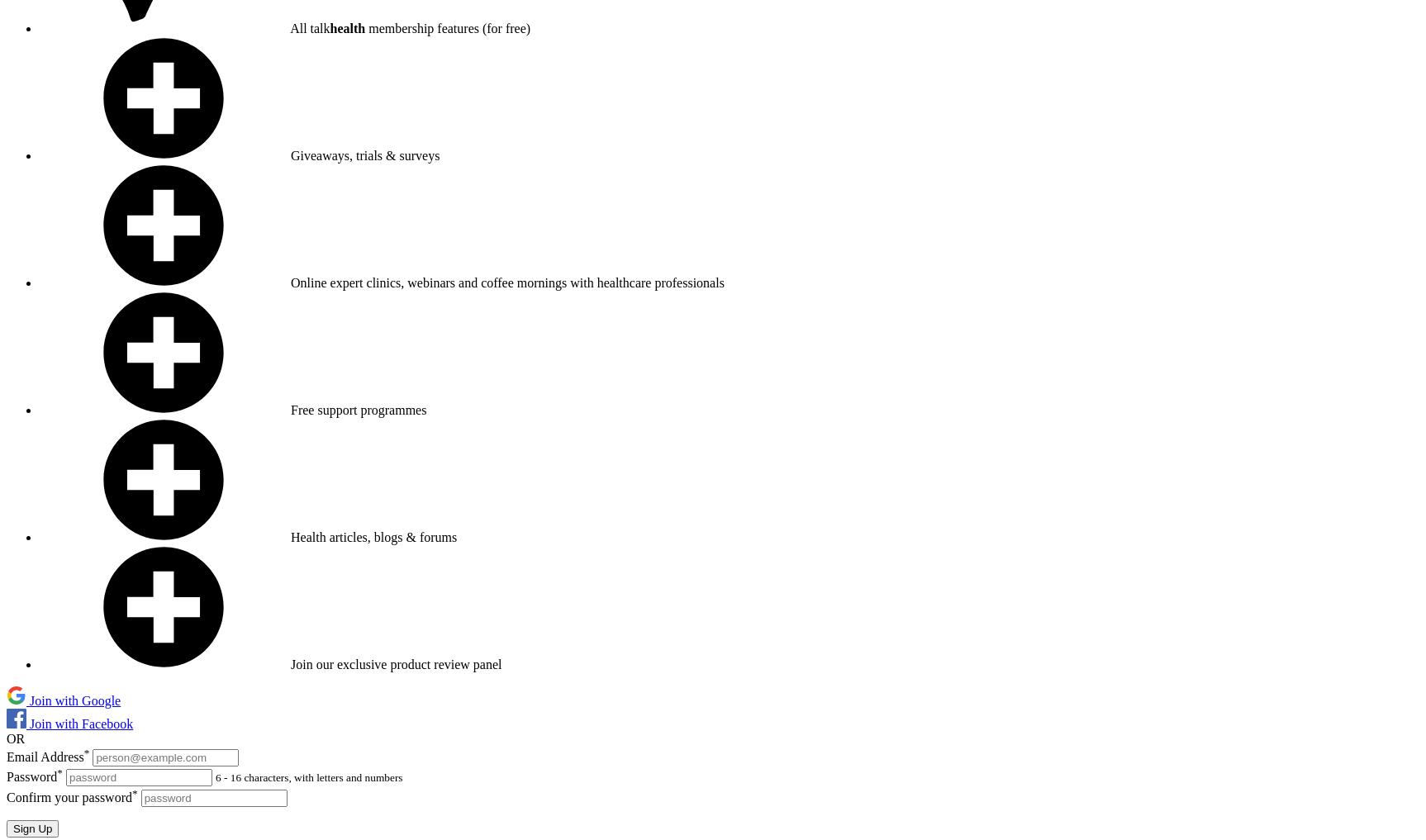 The width and height of the screenshot is (1426, 840). Describe the element at coordinates (69, 796) in the screenshot. I see `'Confirm your password'` at that location.